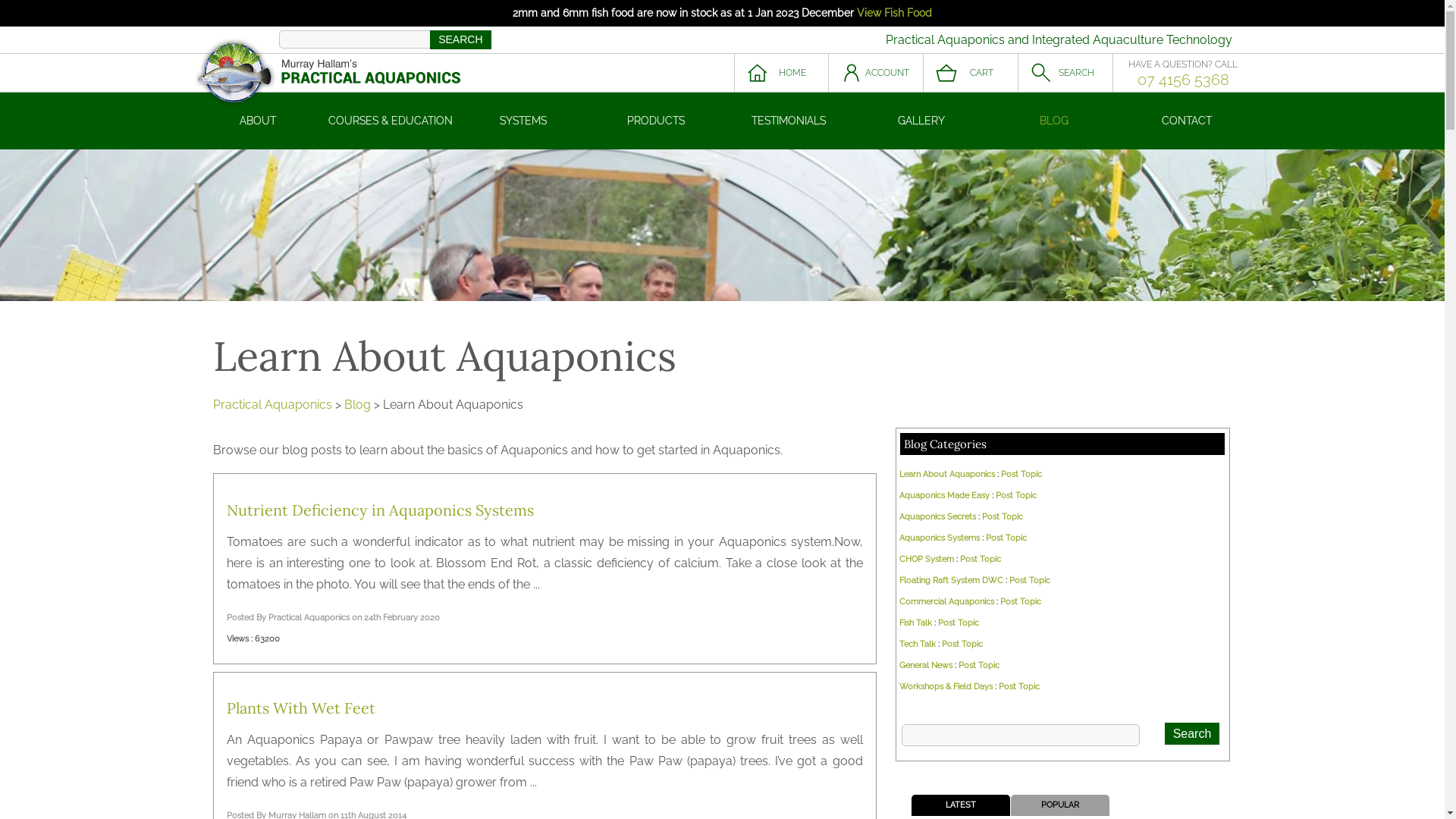 The height and width of the screenshot is (819, 1456). What do you see at coordinates (959, 804) in the screenshot?
I see `'LATEST'` at bounding box center [959, 804].